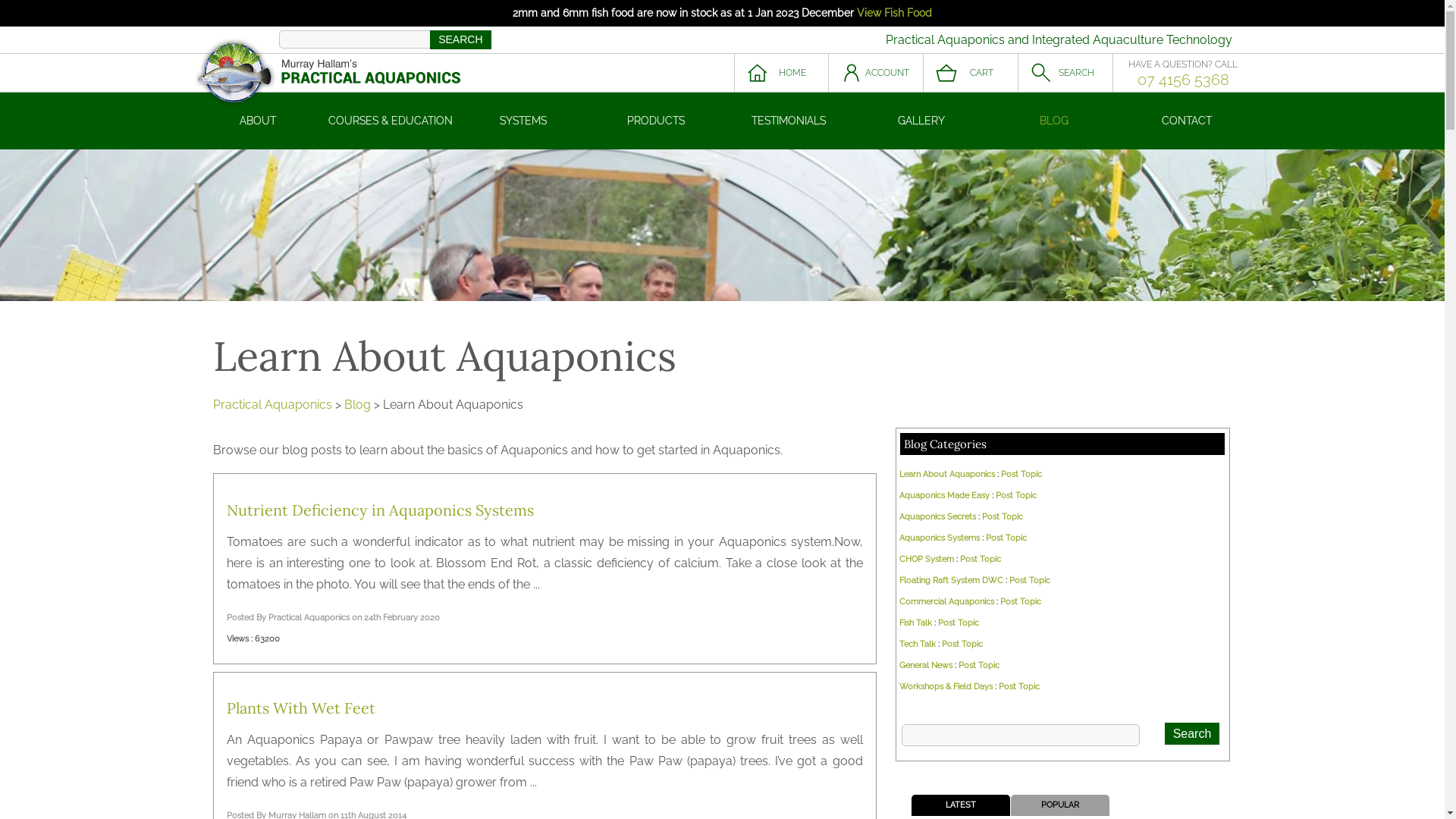 The height and width of the screenshot is (819, 1456). What do you see at coordinates (959, 804) in the screenshot?
I see `'LATEST'` at bounding box center [959, 804].